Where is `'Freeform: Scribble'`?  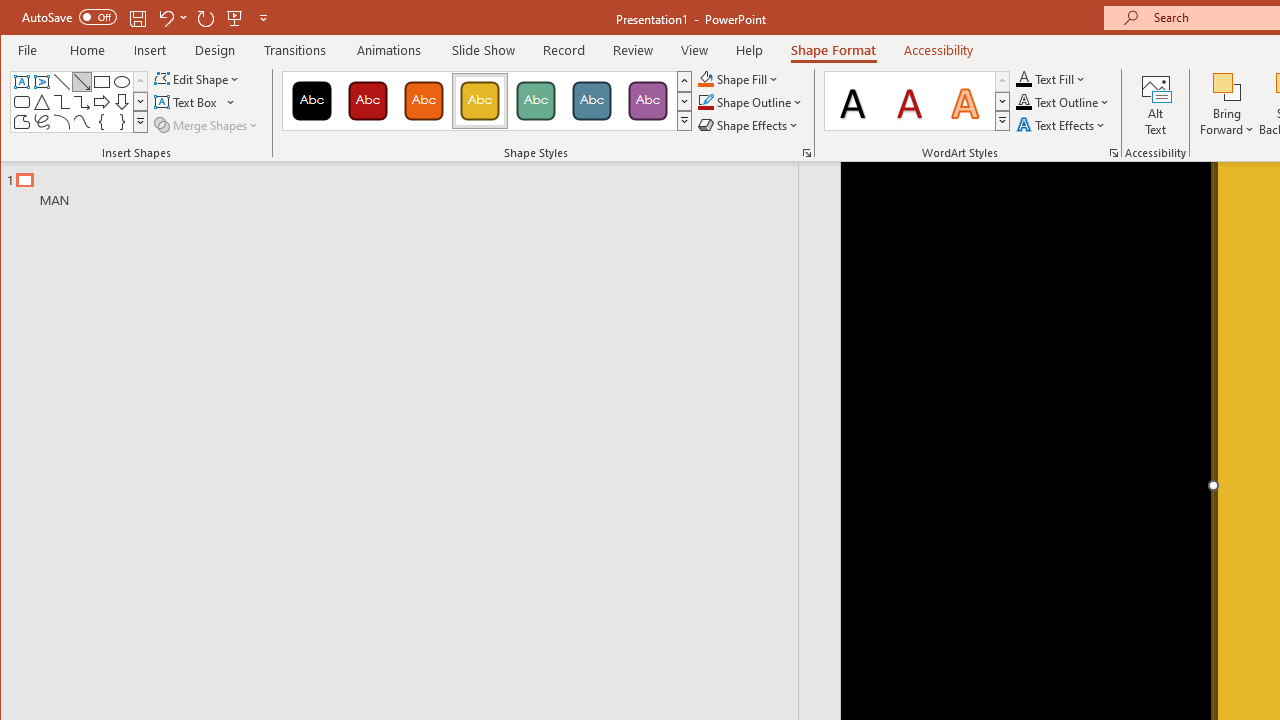
'Freeform: Scribble' is located at coordinates (42, 122).